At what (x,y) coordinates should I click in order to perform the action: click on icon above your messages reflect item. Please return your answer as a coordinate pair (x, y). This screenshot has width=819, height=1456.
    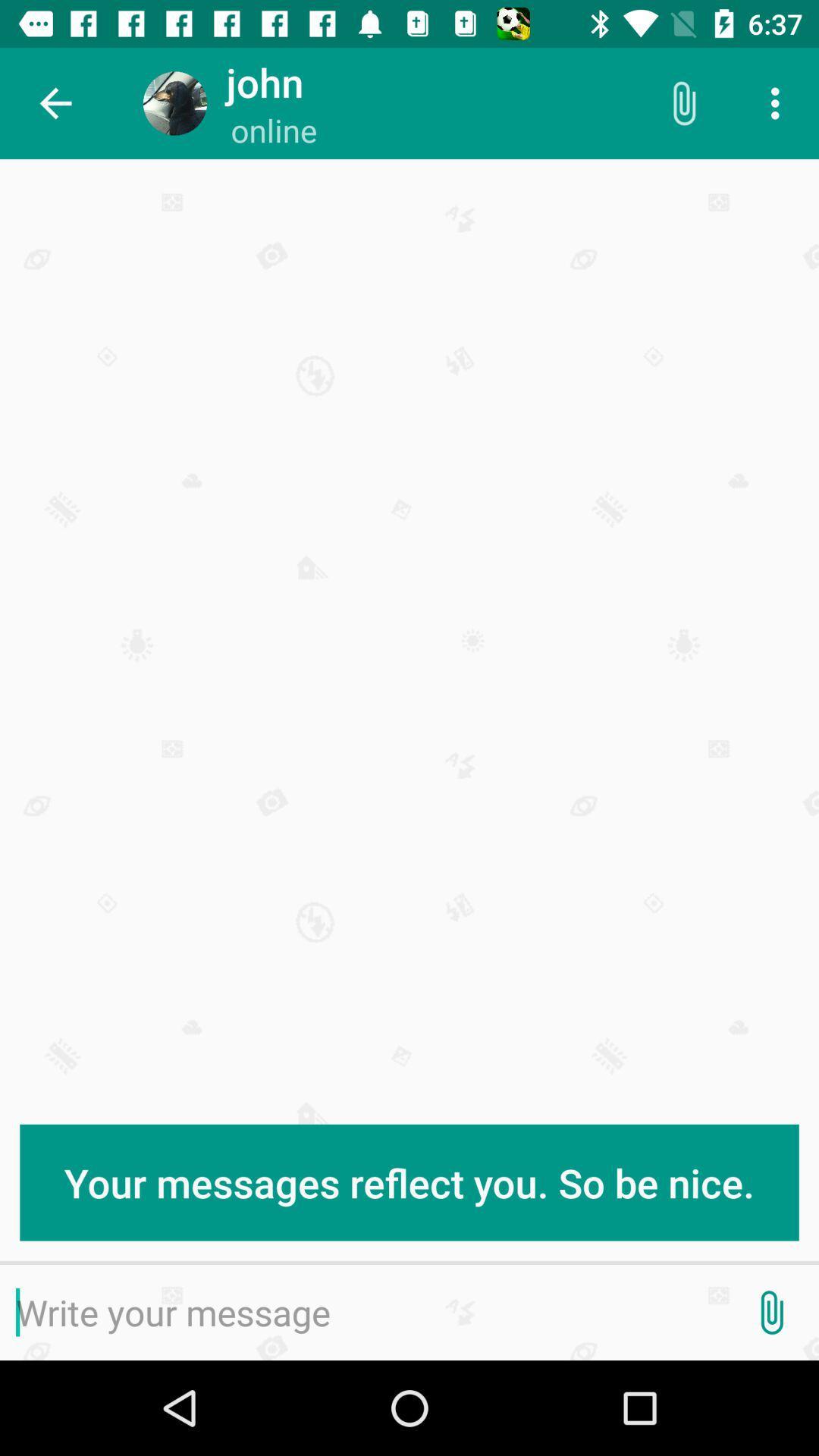
    Looking at the image, I should click on (55, 102).